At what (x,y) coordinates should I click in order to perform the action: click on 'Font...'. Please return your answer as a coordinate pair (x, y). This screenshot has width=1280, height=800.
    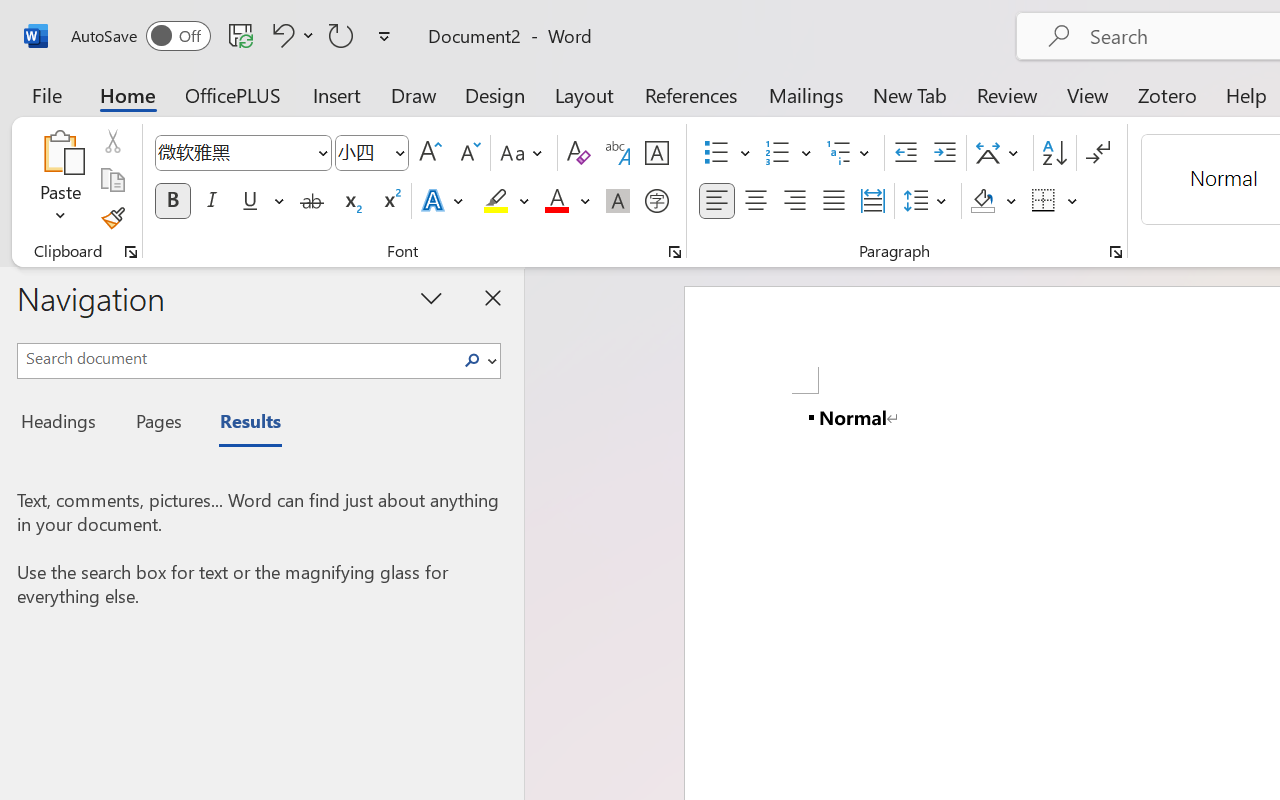
    Looking at the image, I should click on (675, 251).